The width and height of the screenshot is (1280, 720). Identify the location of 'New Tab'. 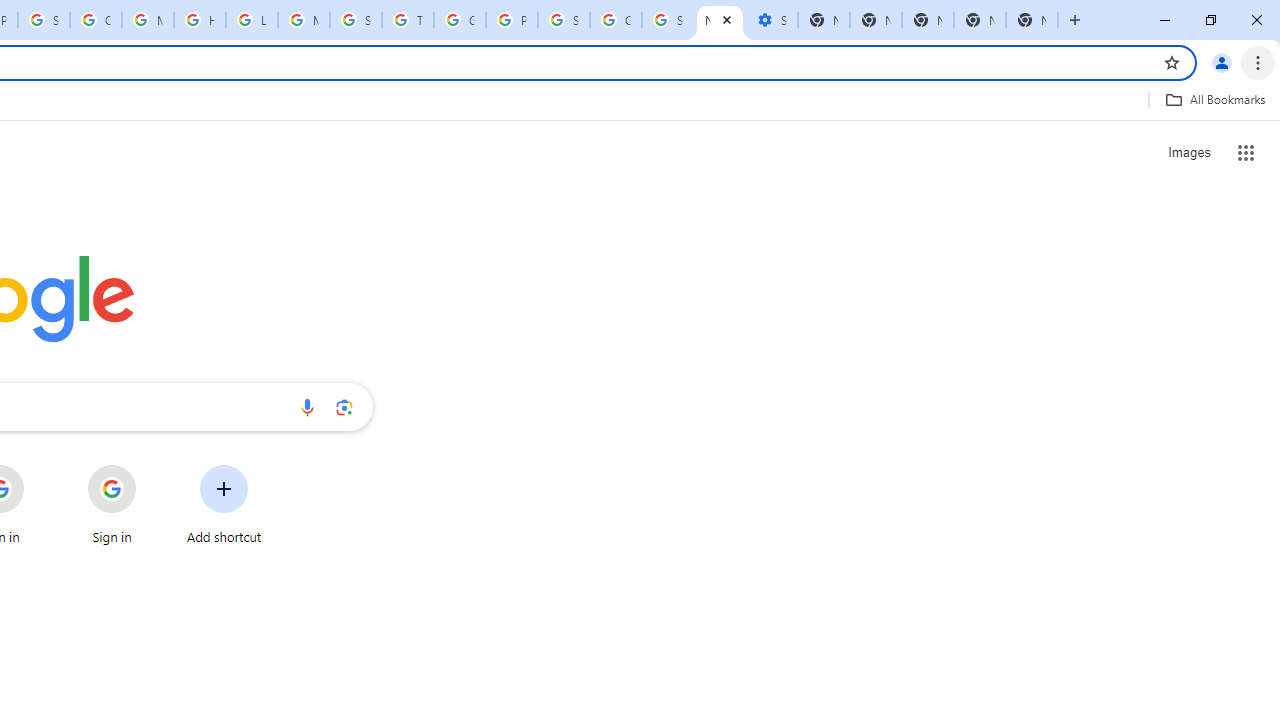
(1032, 20).